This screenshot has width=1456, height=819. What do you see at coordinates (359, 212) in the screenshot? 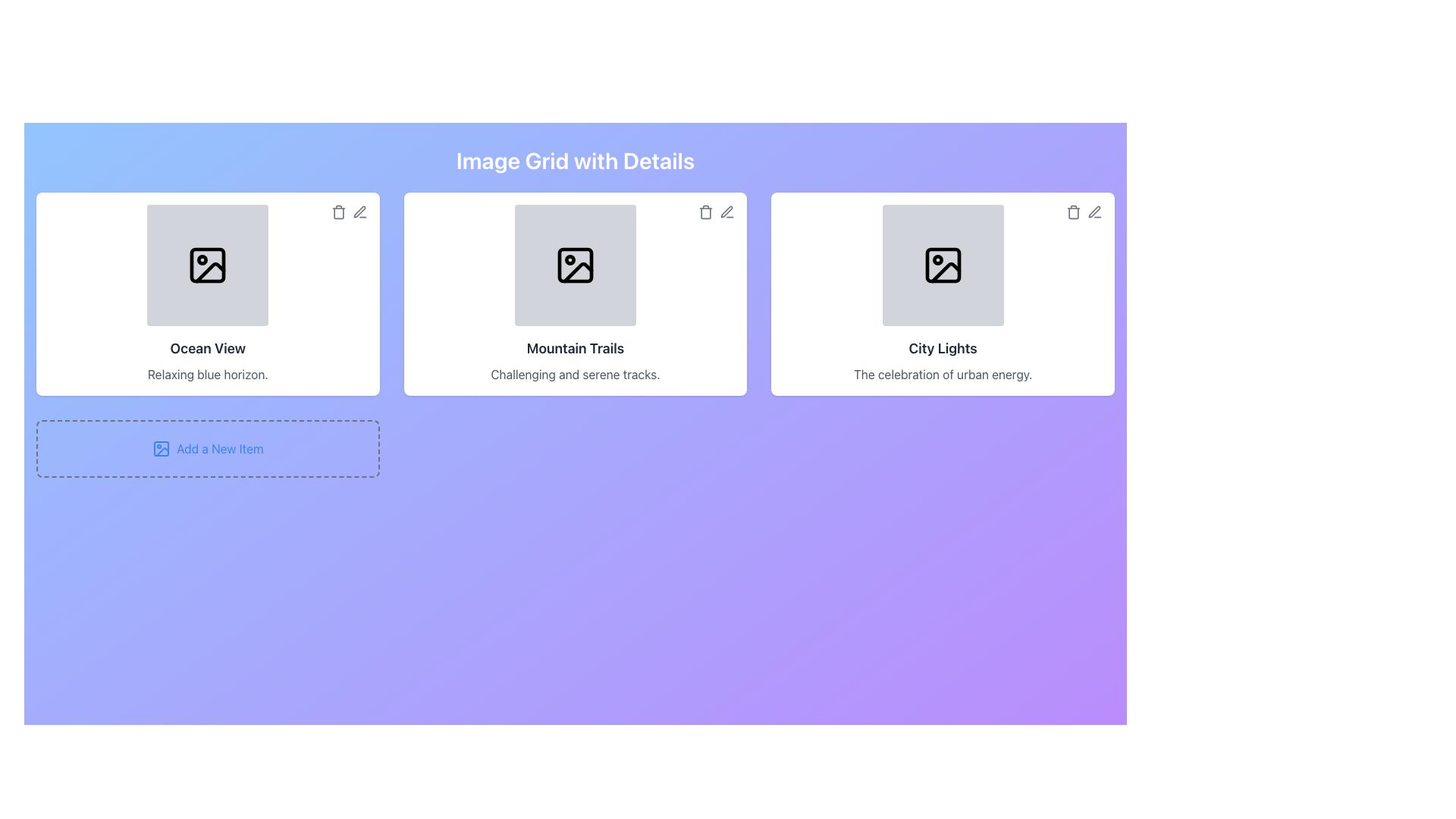
I see `the pen-shaped icon button located in the top-right corner of the 'Ocean View' image card` at bounding box center [359, 212].